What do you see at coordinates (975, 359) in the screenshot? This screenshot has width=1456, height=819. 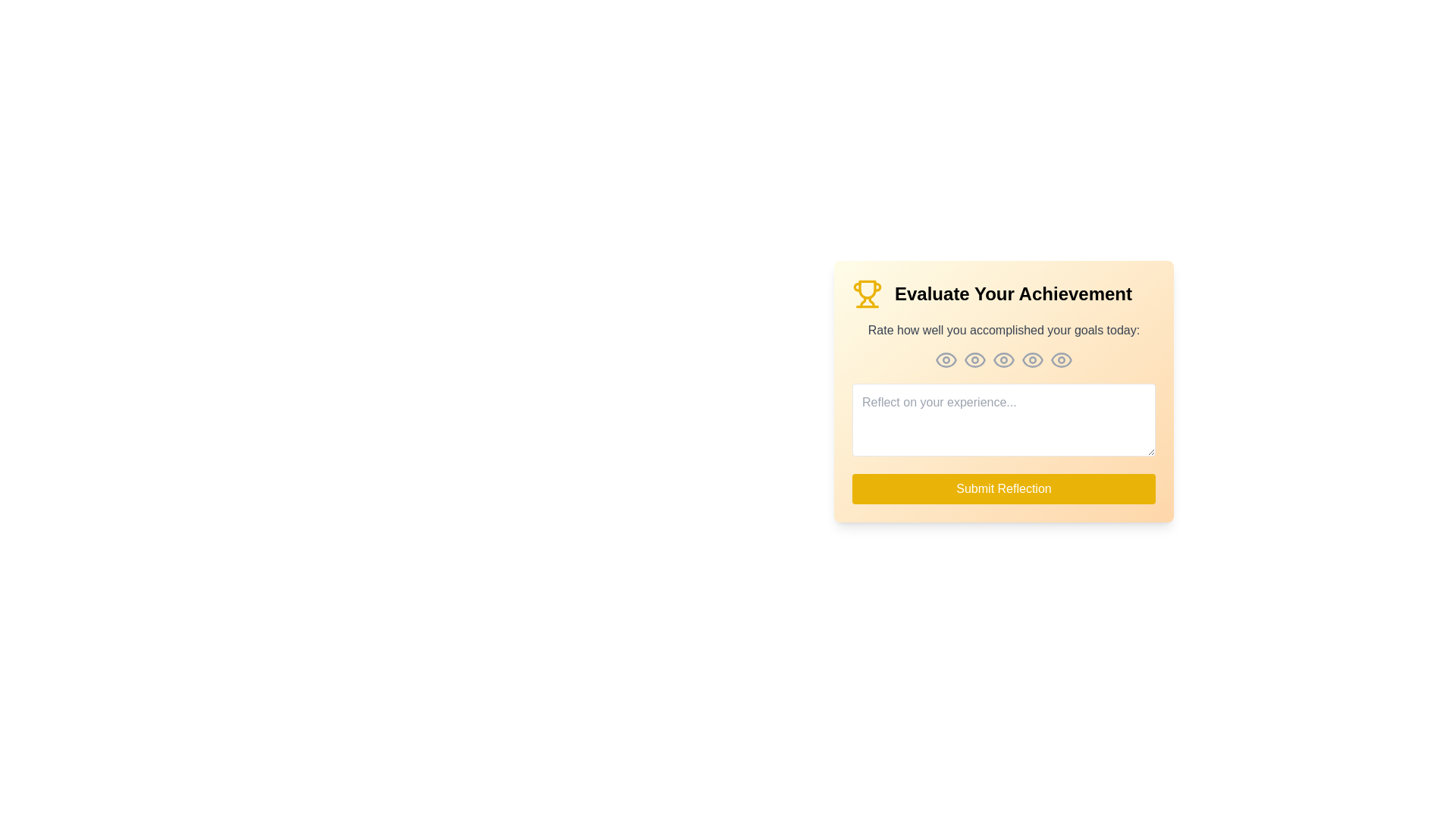 I see `the eye icon corresponding to the rating level 2 to set the rating` at bounding box center [975, 359].